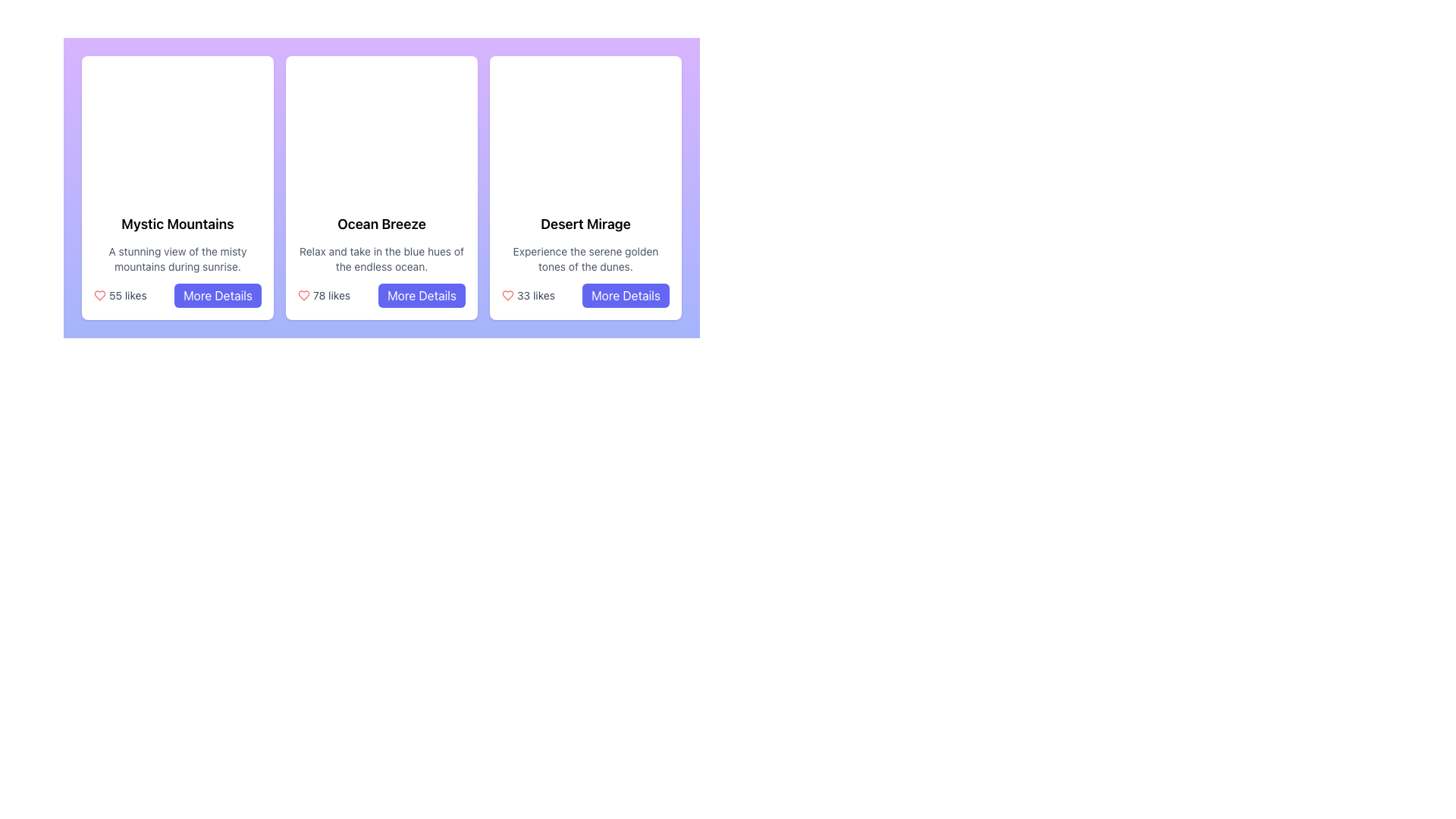 The image size is (1456, 819). I want to click on the like icon located in the third card of the layout, which is visually represented for liking or favoriting content, so click(508, 295).